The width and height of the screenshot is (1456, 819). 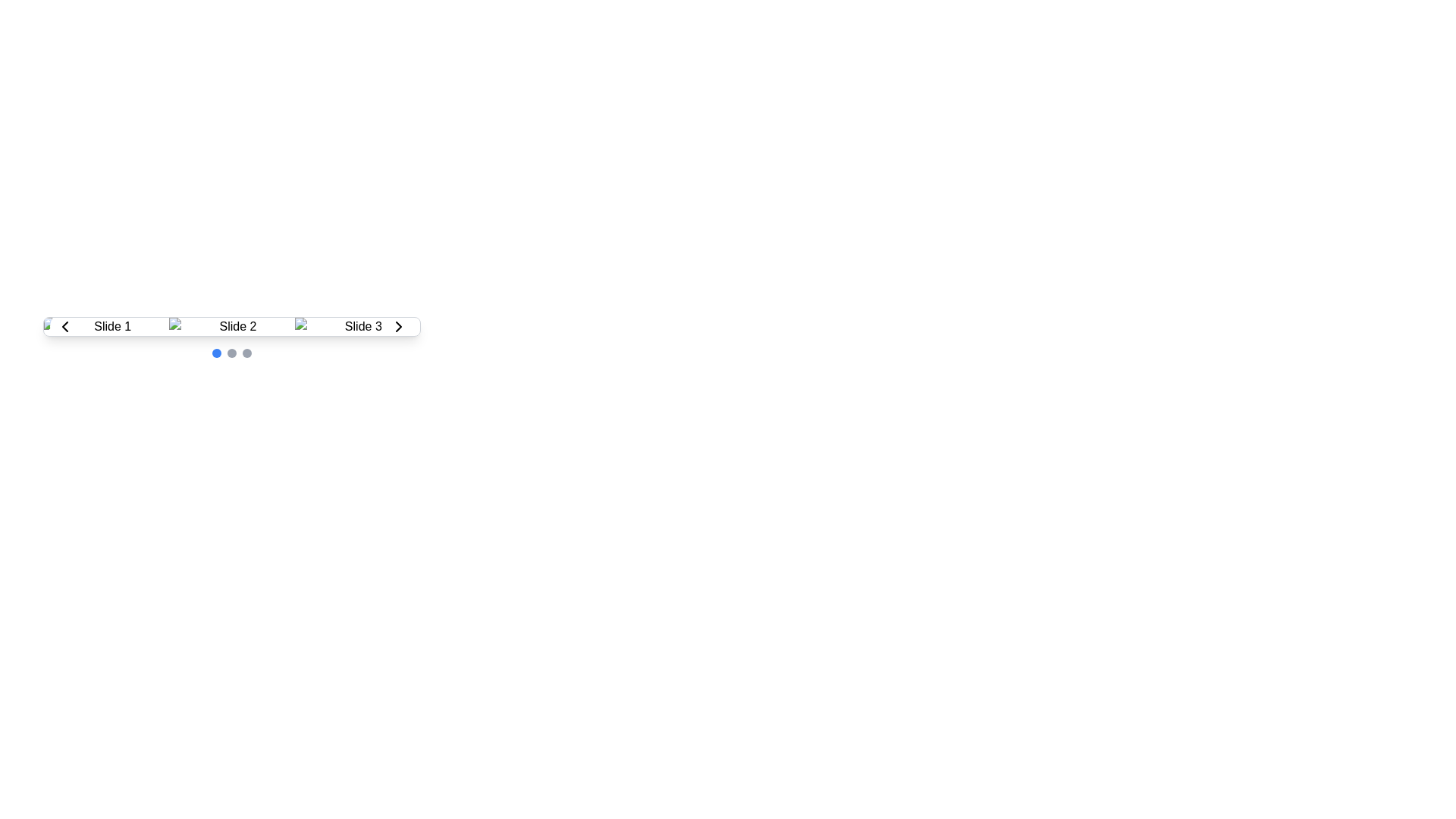 What do you see at coordinates (64, 326) in the screenshot?
I see `the circular button with a white background and a black left-pointing arrow icon` at bounding box center [64, 326].